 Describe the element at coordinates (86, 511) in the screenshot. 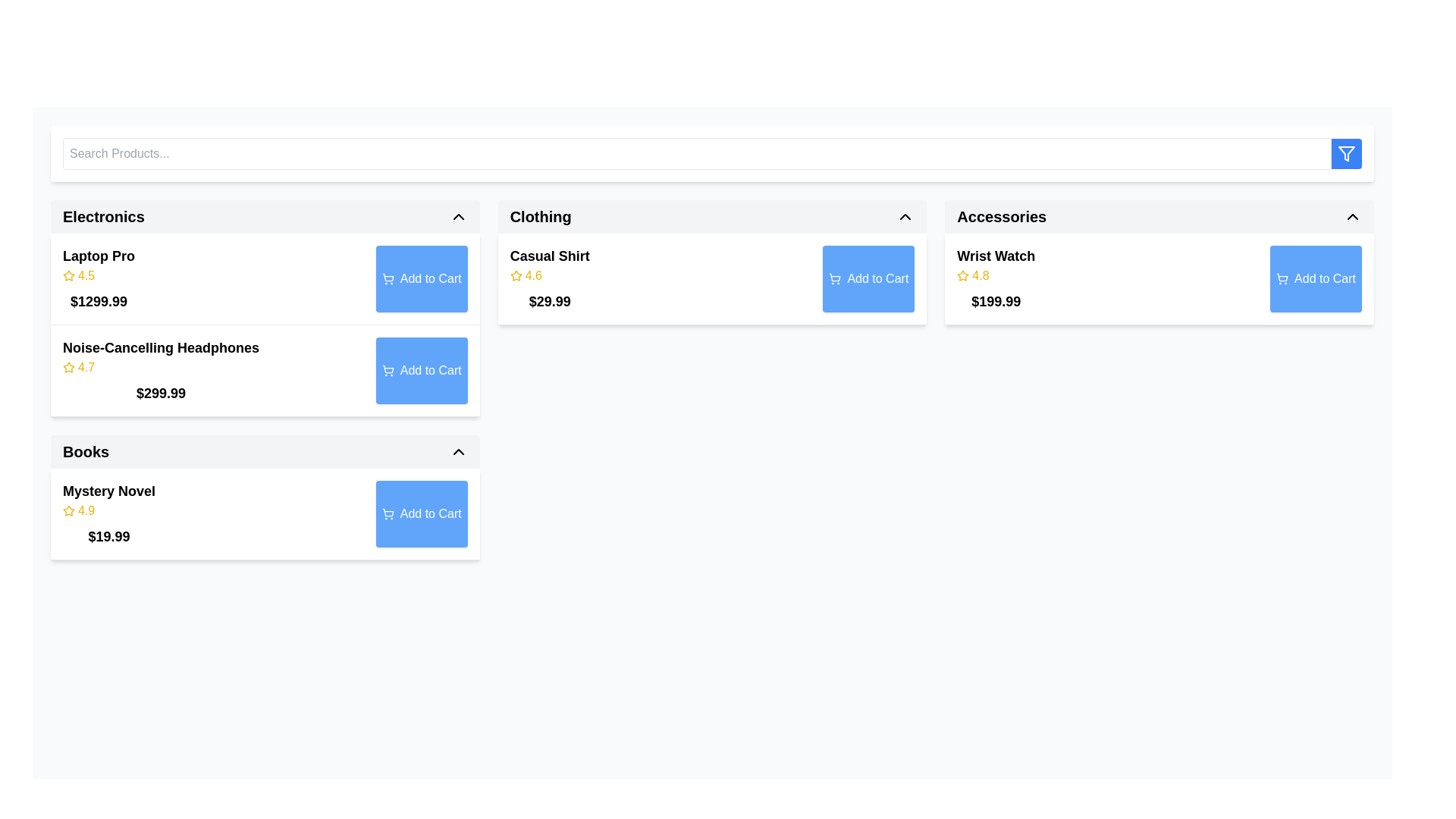

I see `text label displaying the average customer rating for the 'Mystery Novel' product, located in the 'Books' section, adjacent to a gold star icon and above the price` at that location.